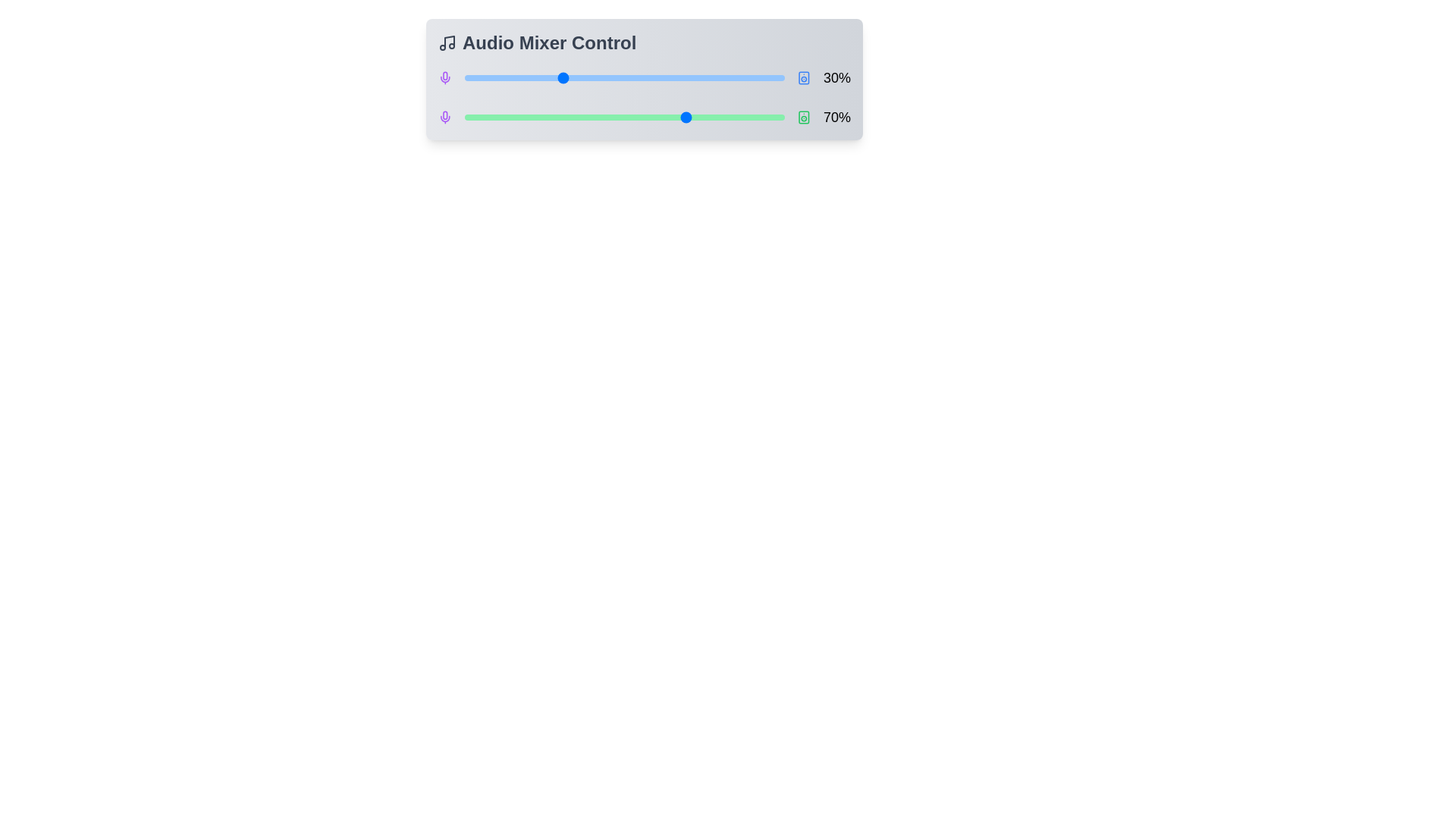 Image resolution: width=1456 pixels, height=819 pixels. Describe the element at coordinates (522, 78) in the screenshot. I see `the slider` at that location.